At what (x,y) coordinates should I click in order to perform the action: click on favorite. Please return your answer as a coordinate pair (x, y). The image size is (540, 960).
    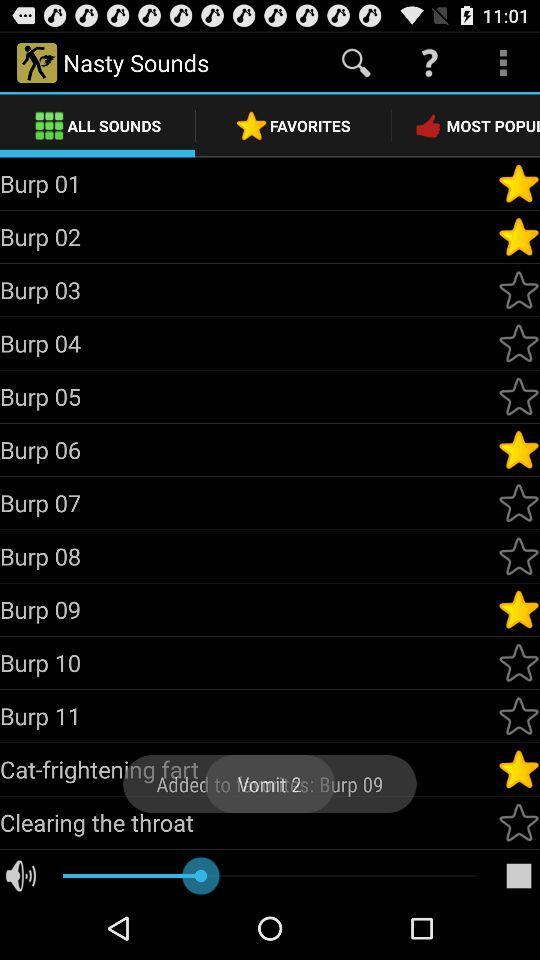
    Looking at the image, I should click on (518, 822).